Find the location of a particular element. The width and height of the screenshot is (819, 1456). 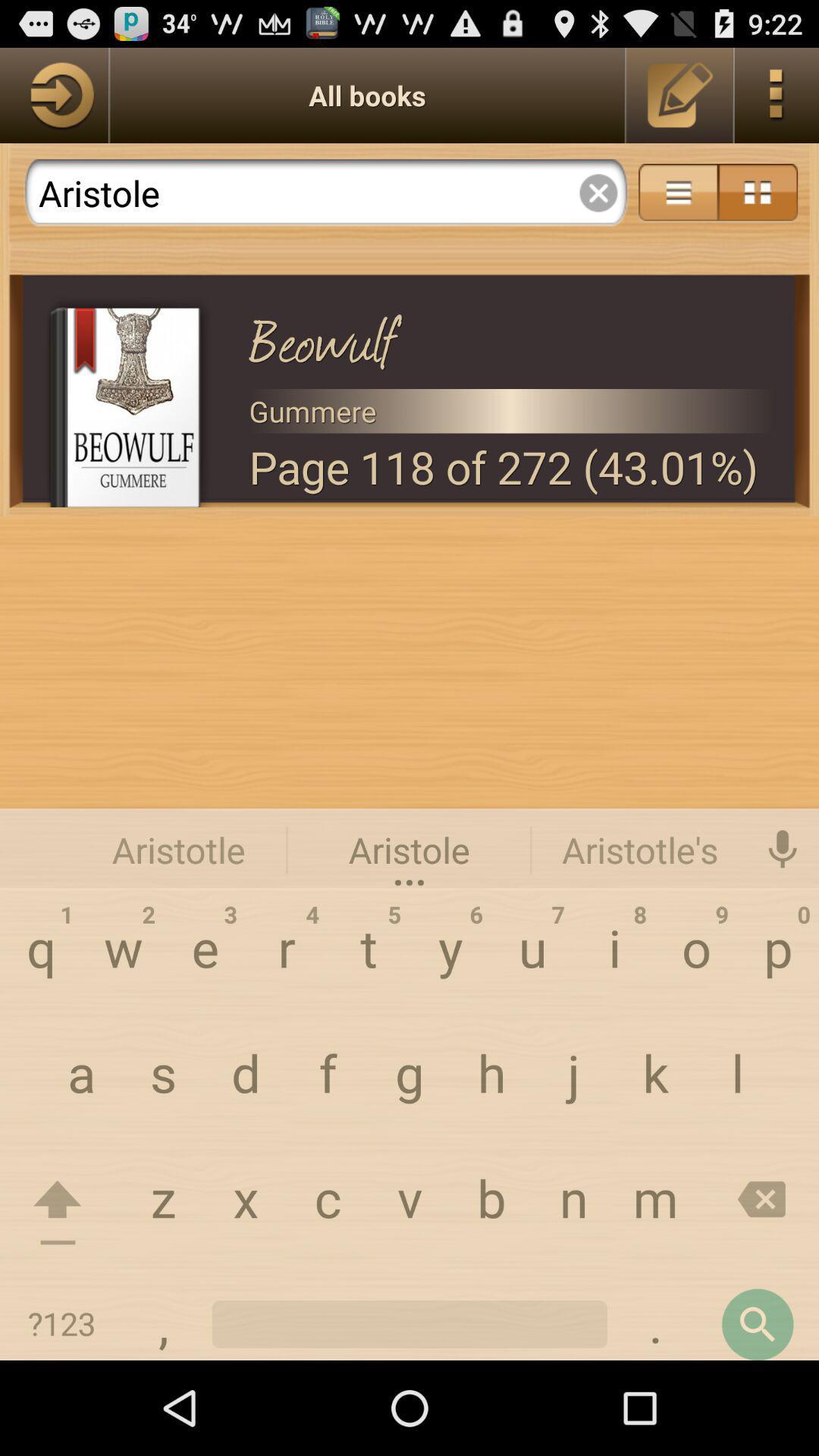

delete text is located at coordinates (598, 192).